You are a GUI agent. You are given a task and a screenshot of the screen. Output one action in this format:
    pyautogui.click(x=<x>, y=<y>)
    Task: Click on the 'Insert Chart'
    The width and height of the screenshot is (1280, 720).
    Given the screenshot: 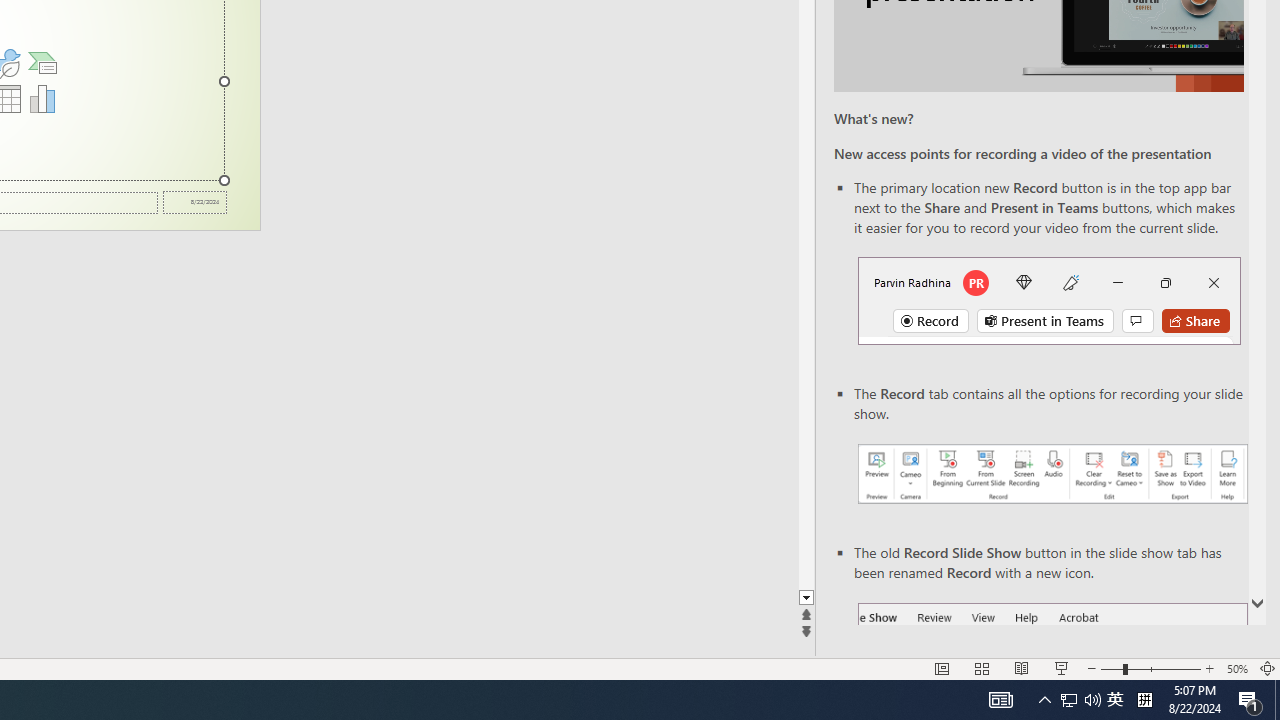 What is the action you would take?
    pyautogui.click(x=42, y=99)
    